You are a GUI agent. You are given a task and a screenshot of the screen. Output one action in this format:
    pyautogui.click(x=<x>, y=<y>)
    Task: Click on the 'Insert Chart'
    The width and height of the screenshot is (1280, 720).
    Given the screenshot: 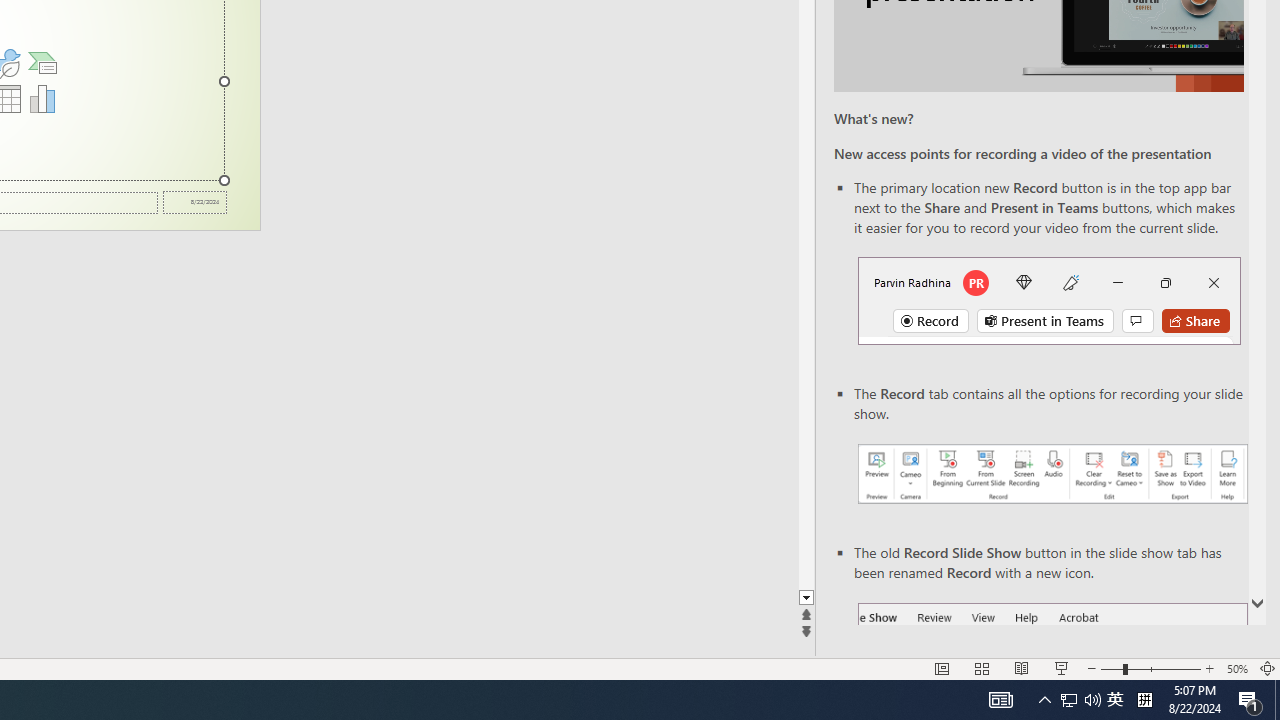 What is the action you would take?
    pyautogui.click(x=42, y=99)
    